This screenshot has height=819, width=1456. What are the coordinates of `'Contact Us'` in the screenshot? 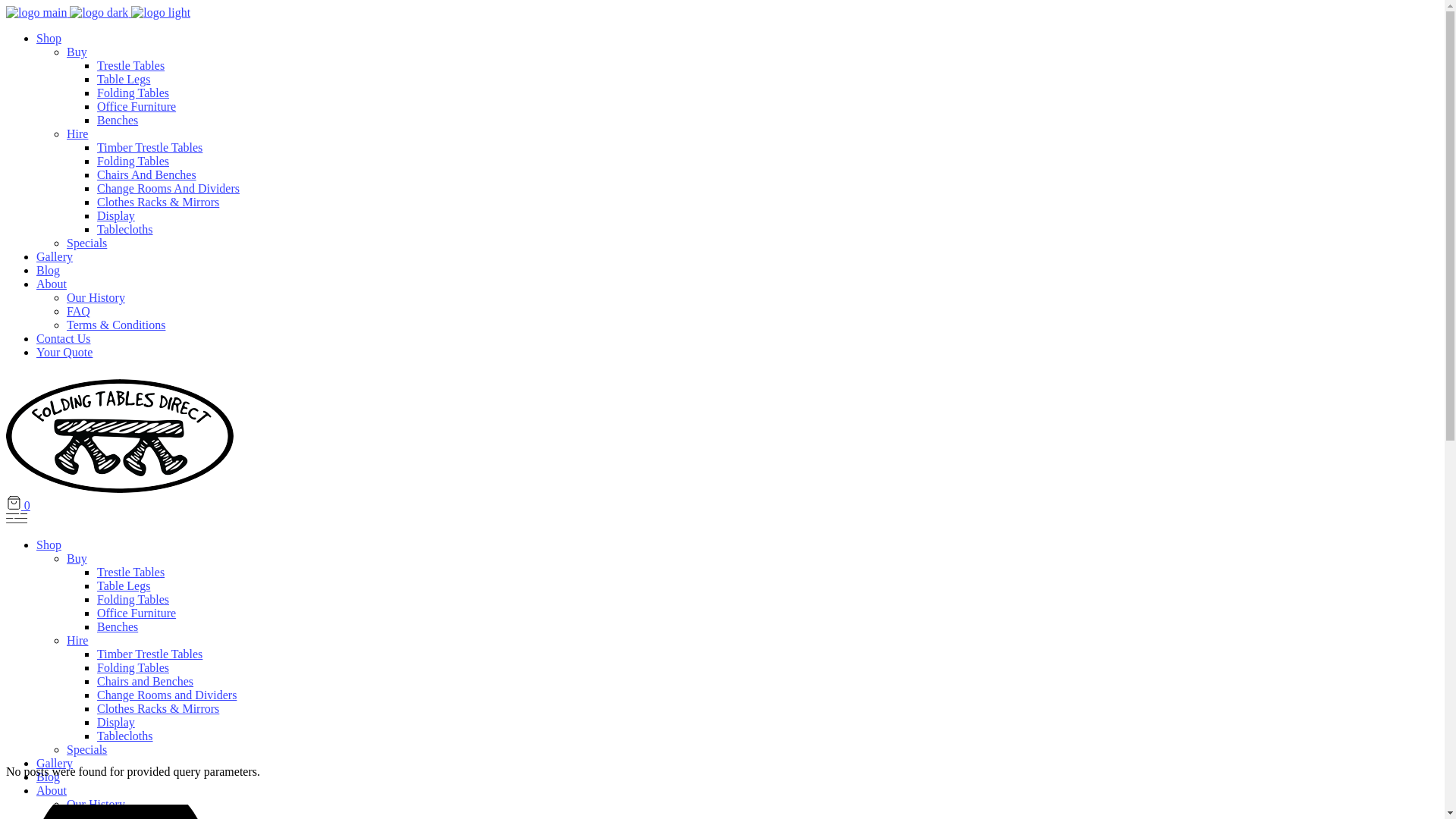 It's located at (62, 337).